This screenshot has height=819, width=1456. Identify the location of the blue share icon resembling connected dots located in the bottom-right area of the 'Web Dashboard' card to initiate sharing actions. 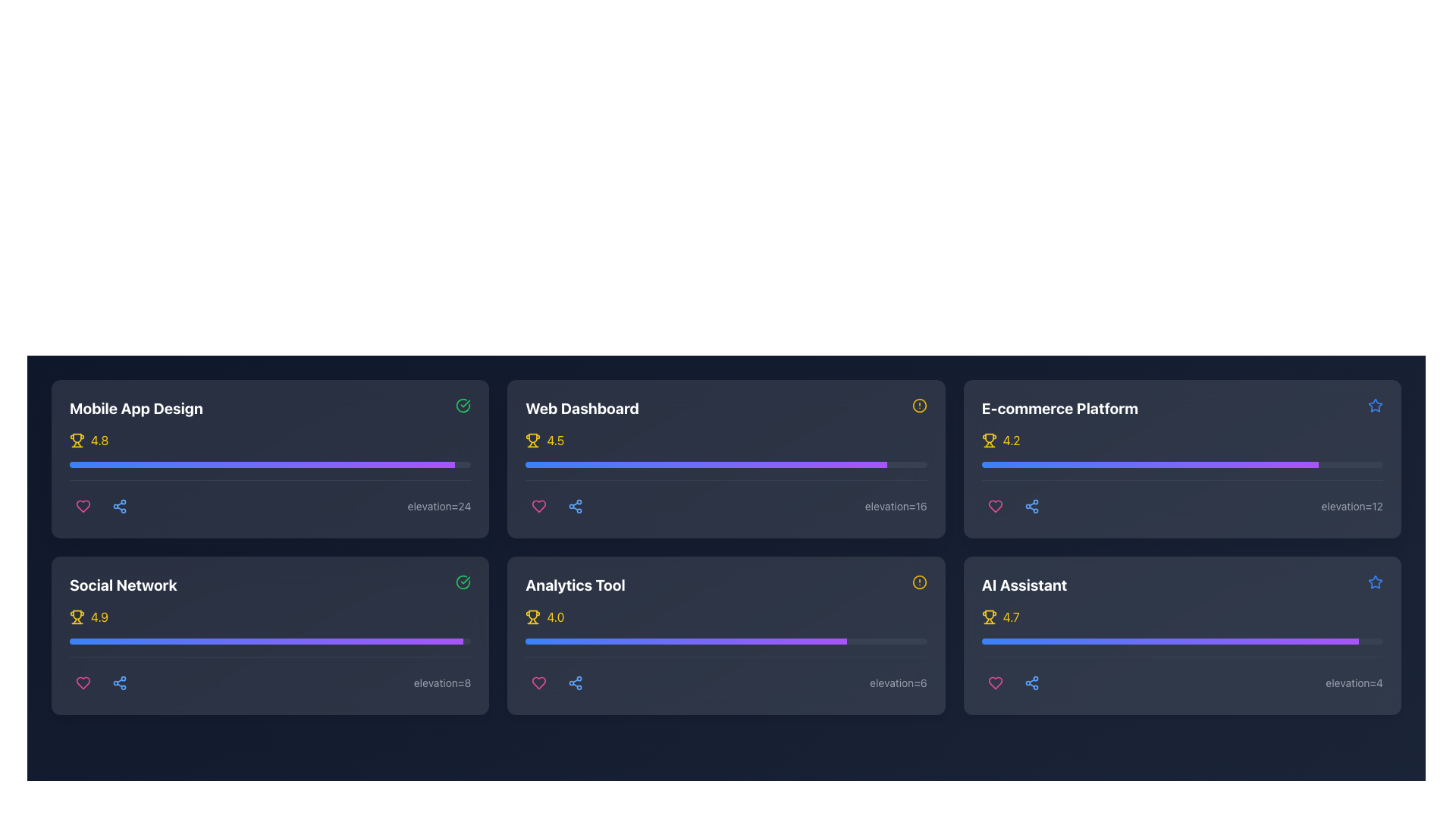
(574, 506).